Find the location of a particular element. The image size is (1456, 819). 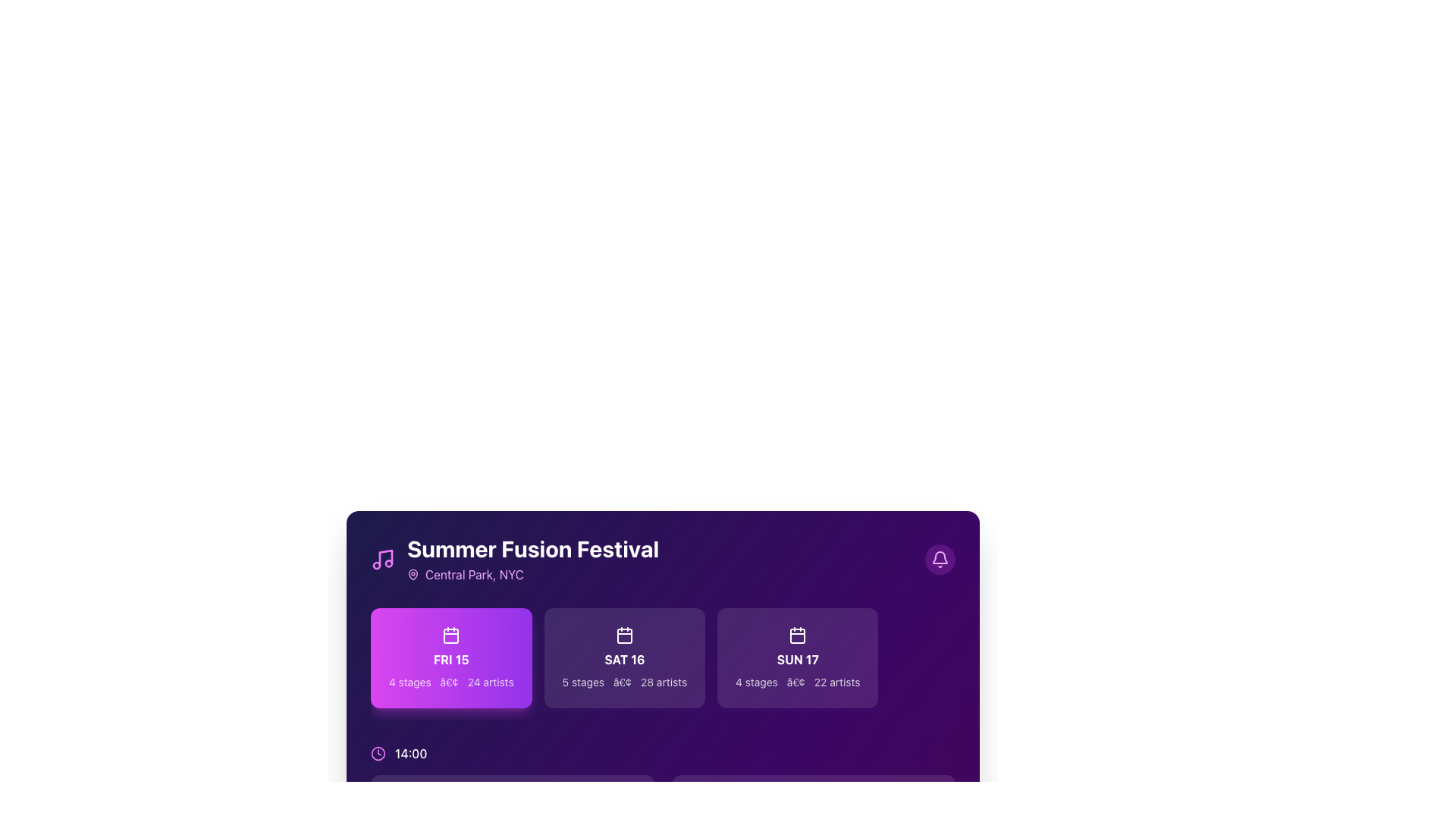

the text separator element that visually separates the '4 stages' and '24 artists' text lines in the card for the 'FRI 15' event is located at coordinates (448, 681).